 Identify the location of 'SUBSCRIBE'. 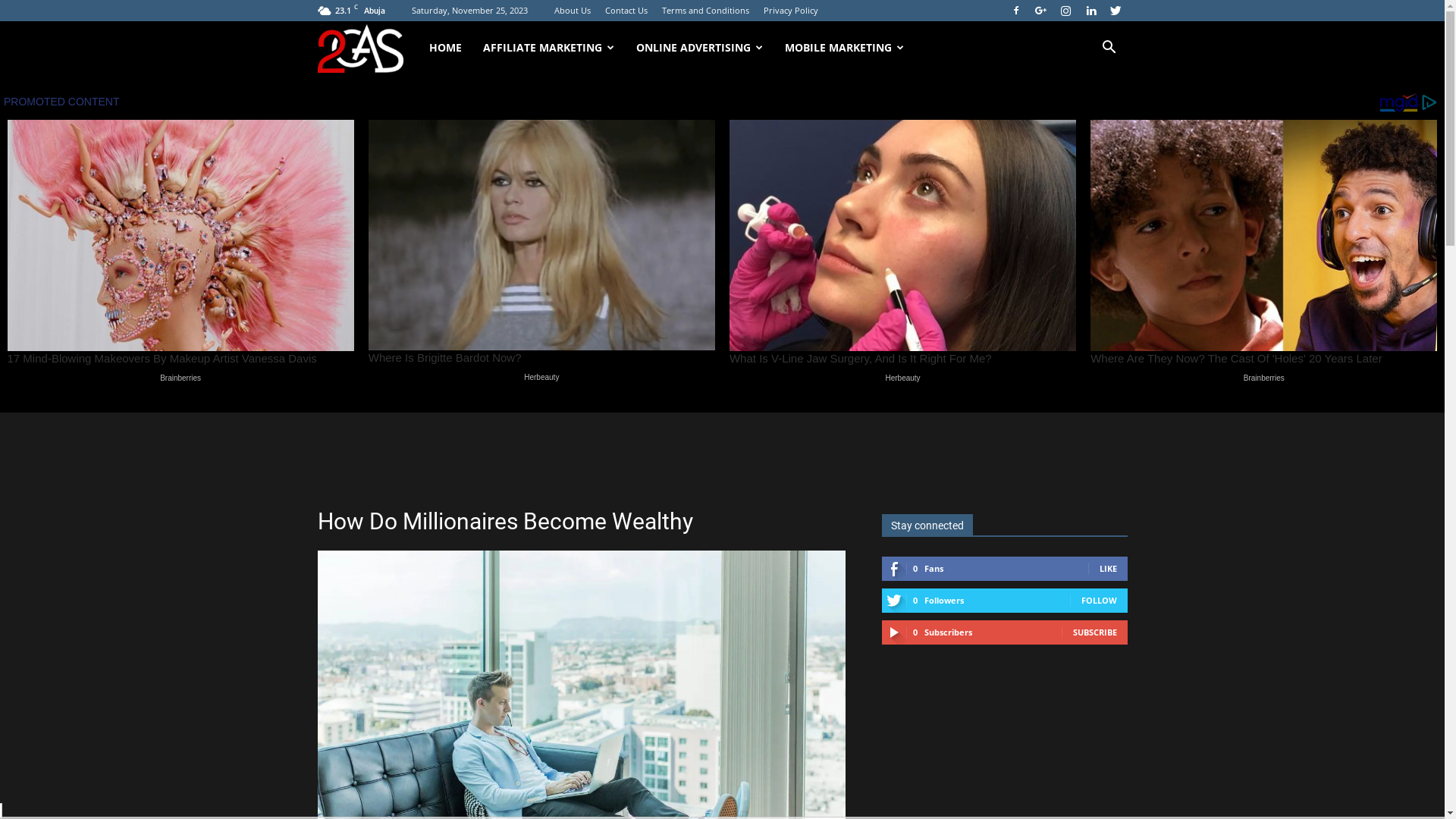
(1094, 632).